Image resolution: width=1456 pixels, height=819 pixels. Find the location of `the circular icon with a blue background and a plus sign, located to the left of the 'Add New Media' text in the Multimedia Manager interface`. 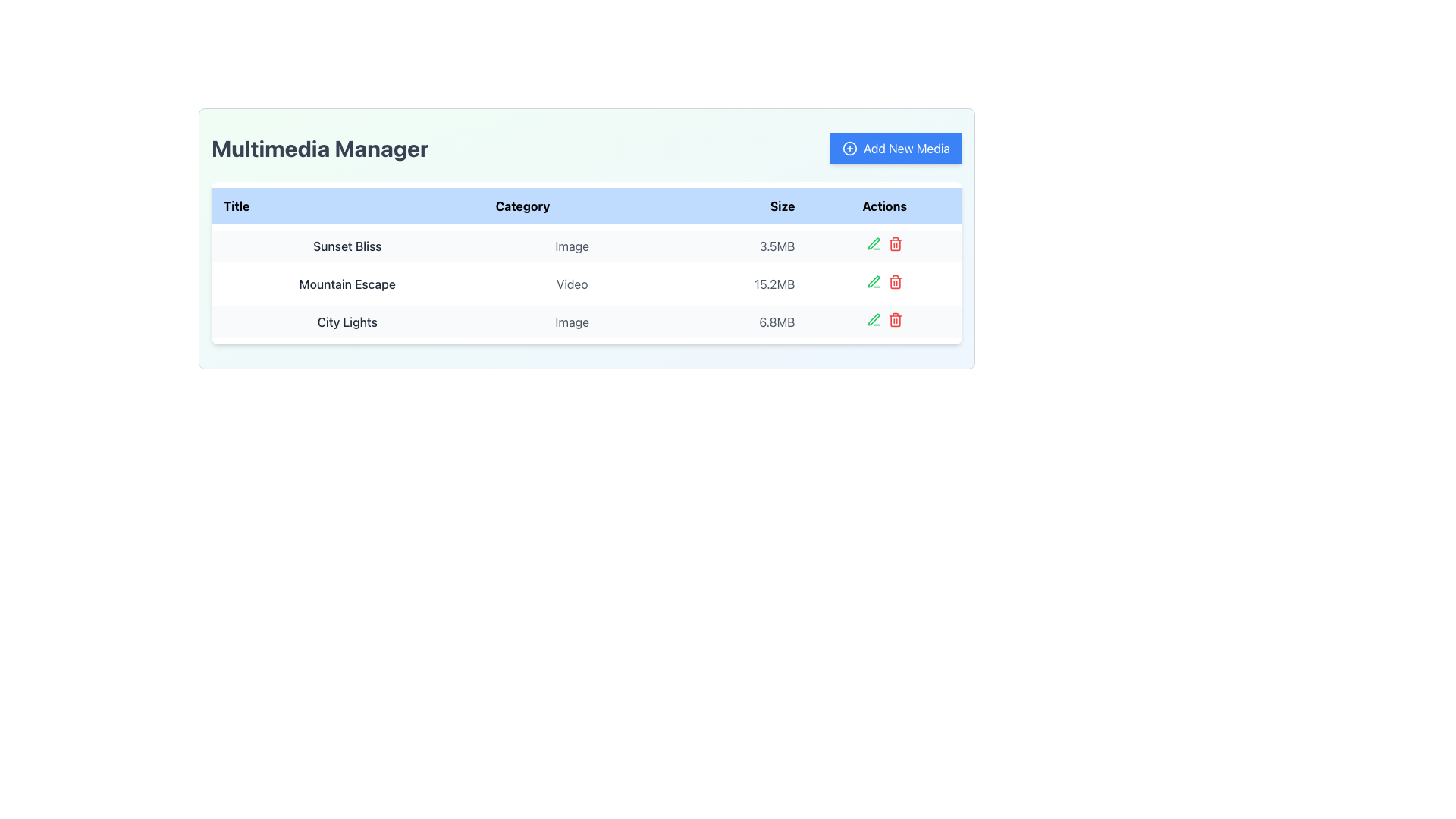

the circular icon with a blue background and a plus sign, located to the left of the 'Add New Media' text in the Multimedia Manager interface is located at coordinates (849, 149).